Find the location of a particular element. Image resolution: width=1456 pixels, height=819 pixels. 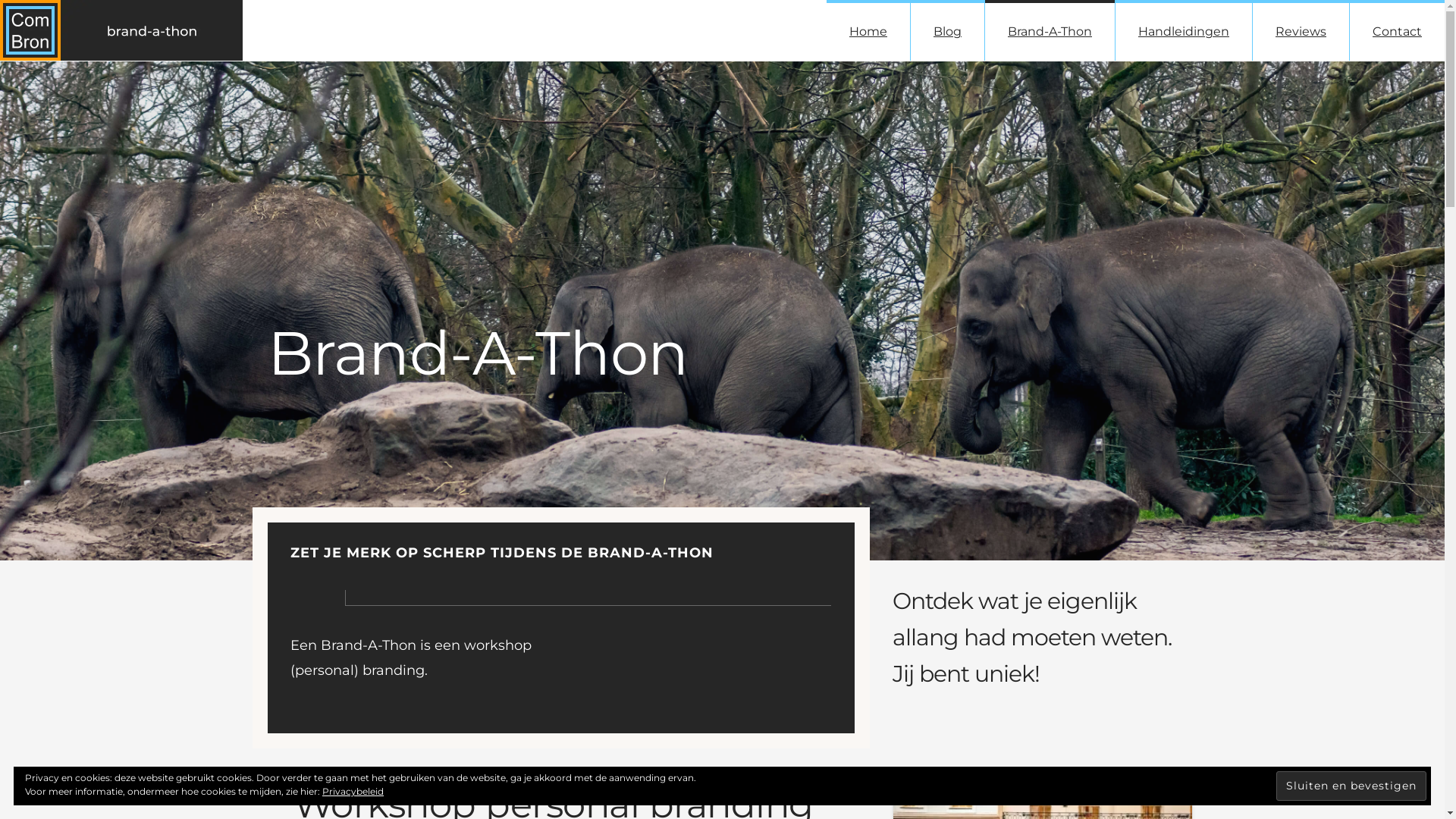

'ABONNEER DIRECT OP YOUTUBE' is located at coordinates (625, 674).